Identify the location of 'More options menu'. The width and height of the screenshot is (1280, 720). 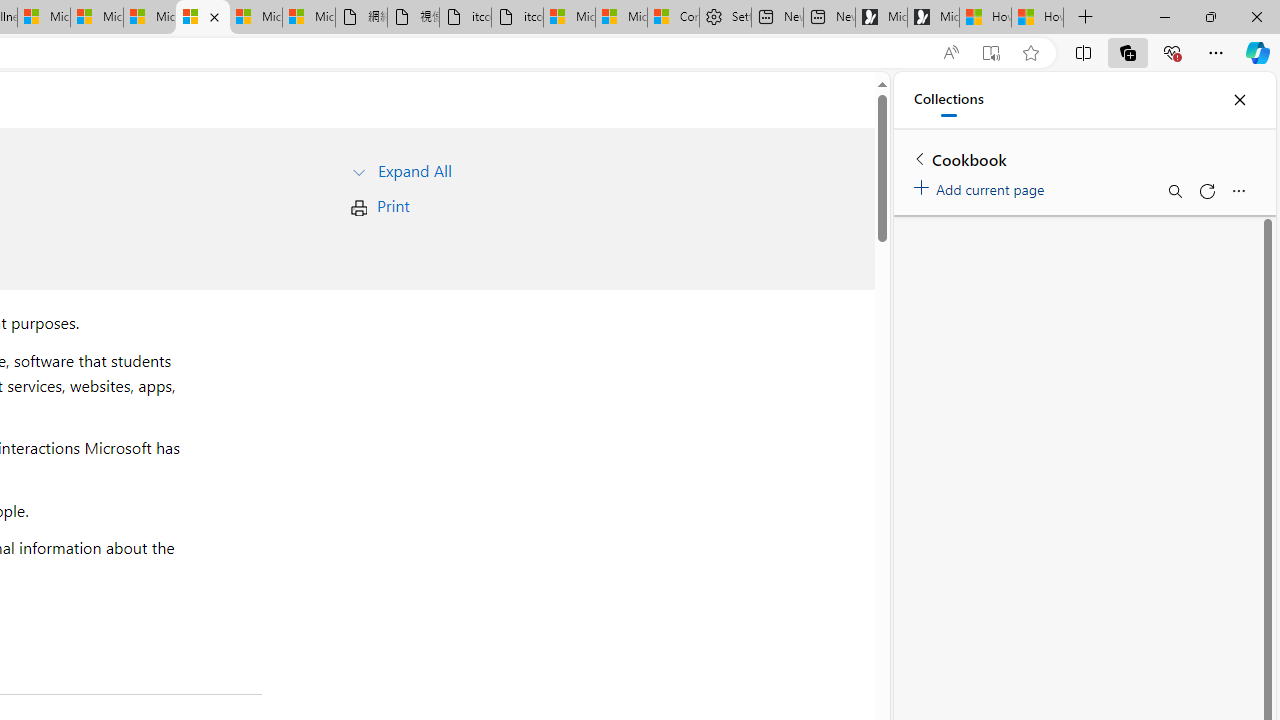
(1237, 191).